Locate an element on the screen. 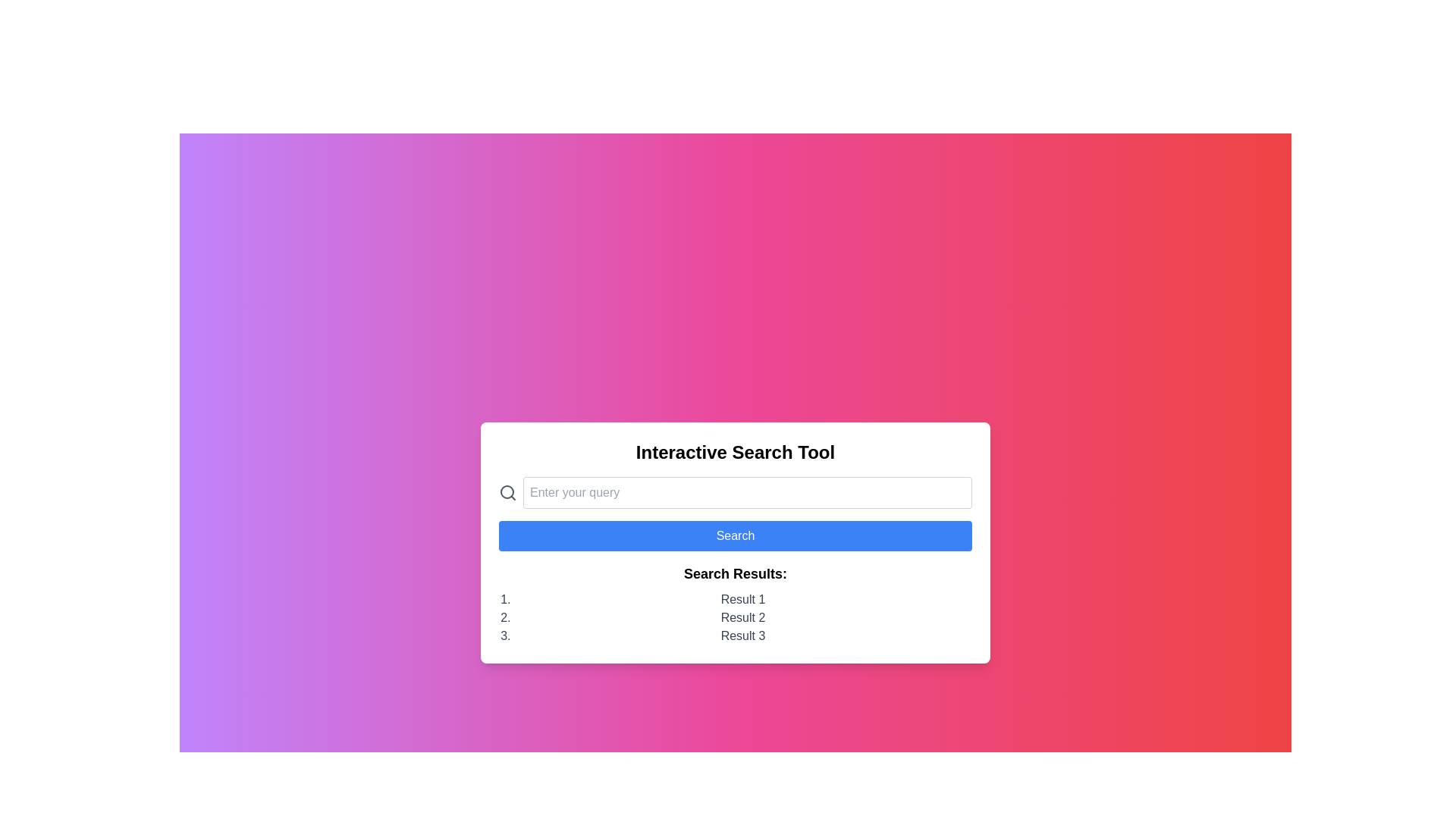 The height and width of the screenshot is (819, 1456). text of the third search result displayed in the Text label located below 'Result 2' is located at coordinates (742, 636).